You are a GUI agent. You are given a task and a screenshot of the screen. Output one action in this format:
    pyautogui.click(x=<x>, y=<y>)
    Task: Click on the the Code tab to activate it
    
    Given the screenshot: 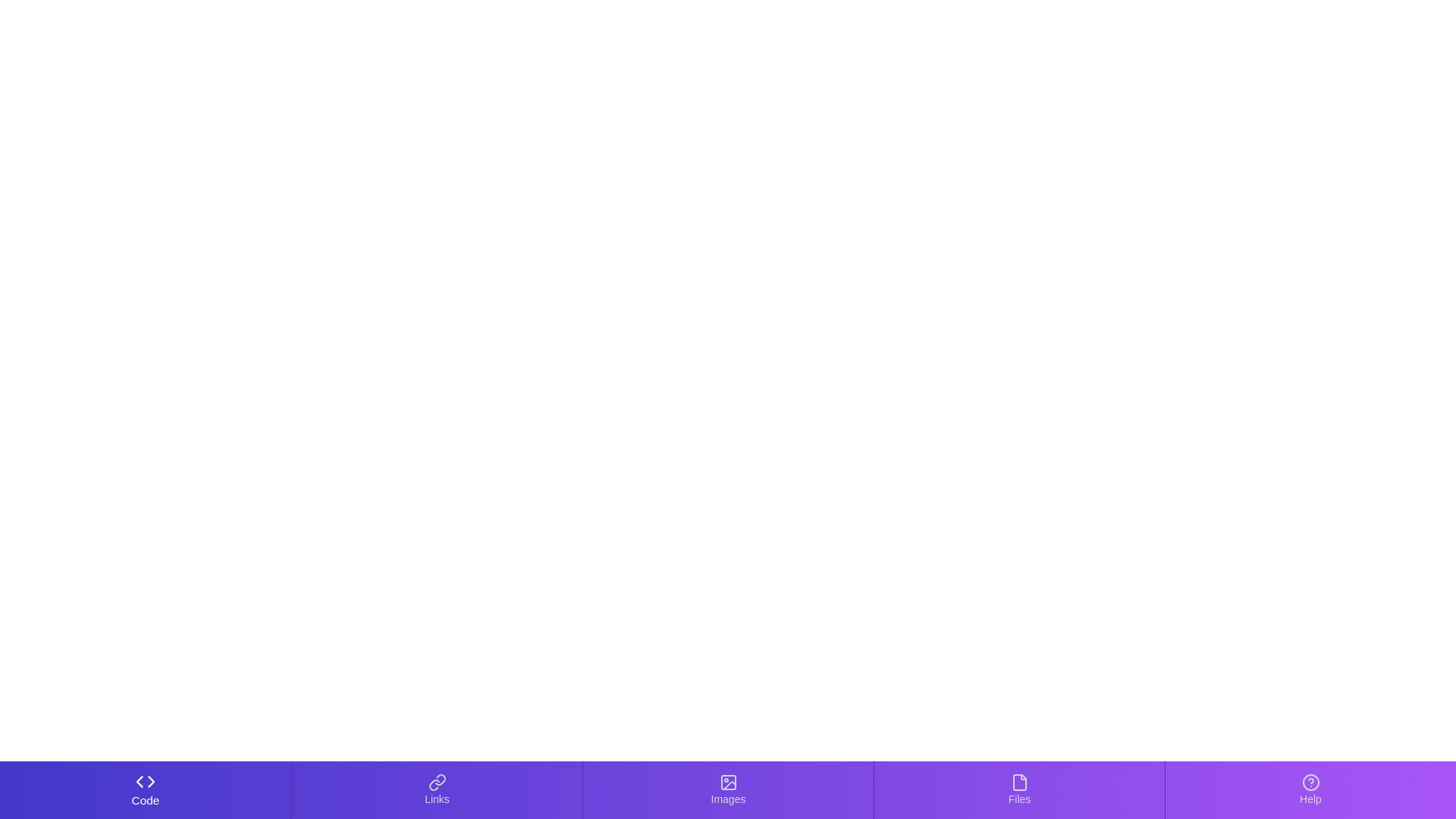 What is the action you would take?
    pyautogui.click(x=146, y=789)
    